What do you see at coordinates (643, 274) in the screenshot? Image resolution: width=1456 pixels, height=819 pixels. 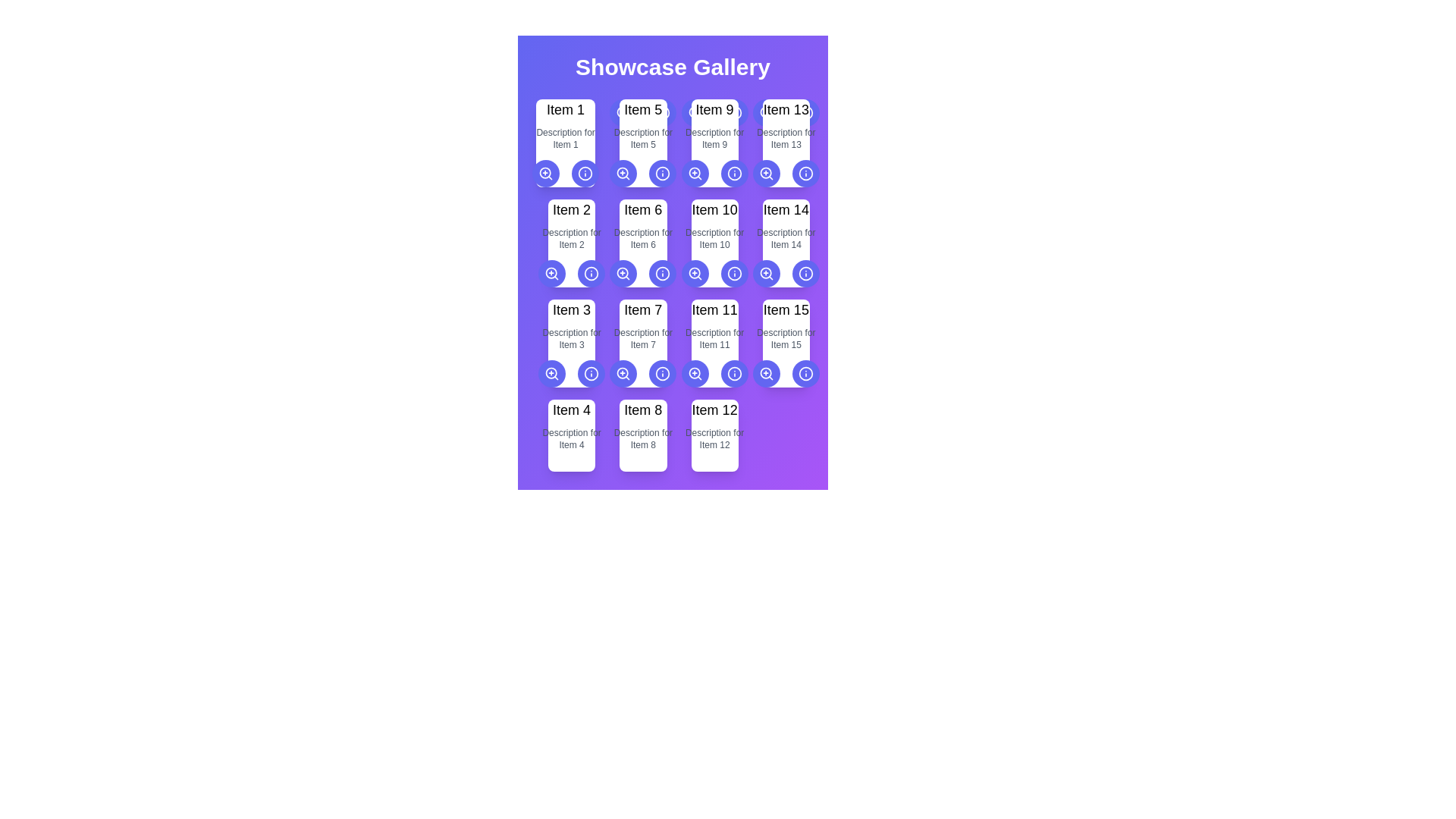 I see `the button-group component` at bounding box center [643, 274].